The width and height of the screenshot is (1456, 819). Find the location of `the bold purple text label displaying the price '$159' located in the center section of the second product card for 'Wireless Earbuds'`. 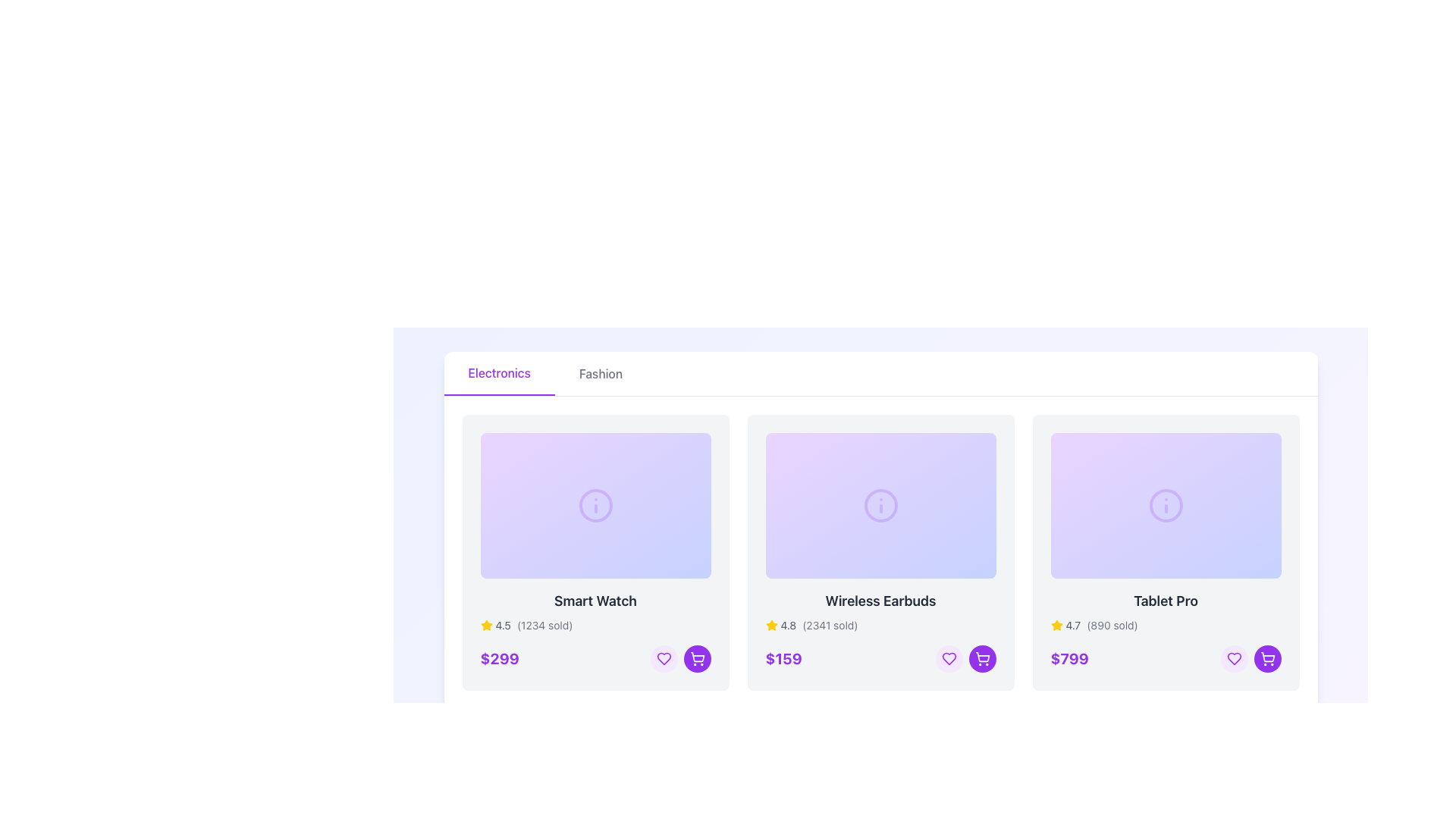

the bold purple text label displaying the price '$159' located in the center section of the second product card for 'Wireless Earbuds' is located at coordinates (783, 657).